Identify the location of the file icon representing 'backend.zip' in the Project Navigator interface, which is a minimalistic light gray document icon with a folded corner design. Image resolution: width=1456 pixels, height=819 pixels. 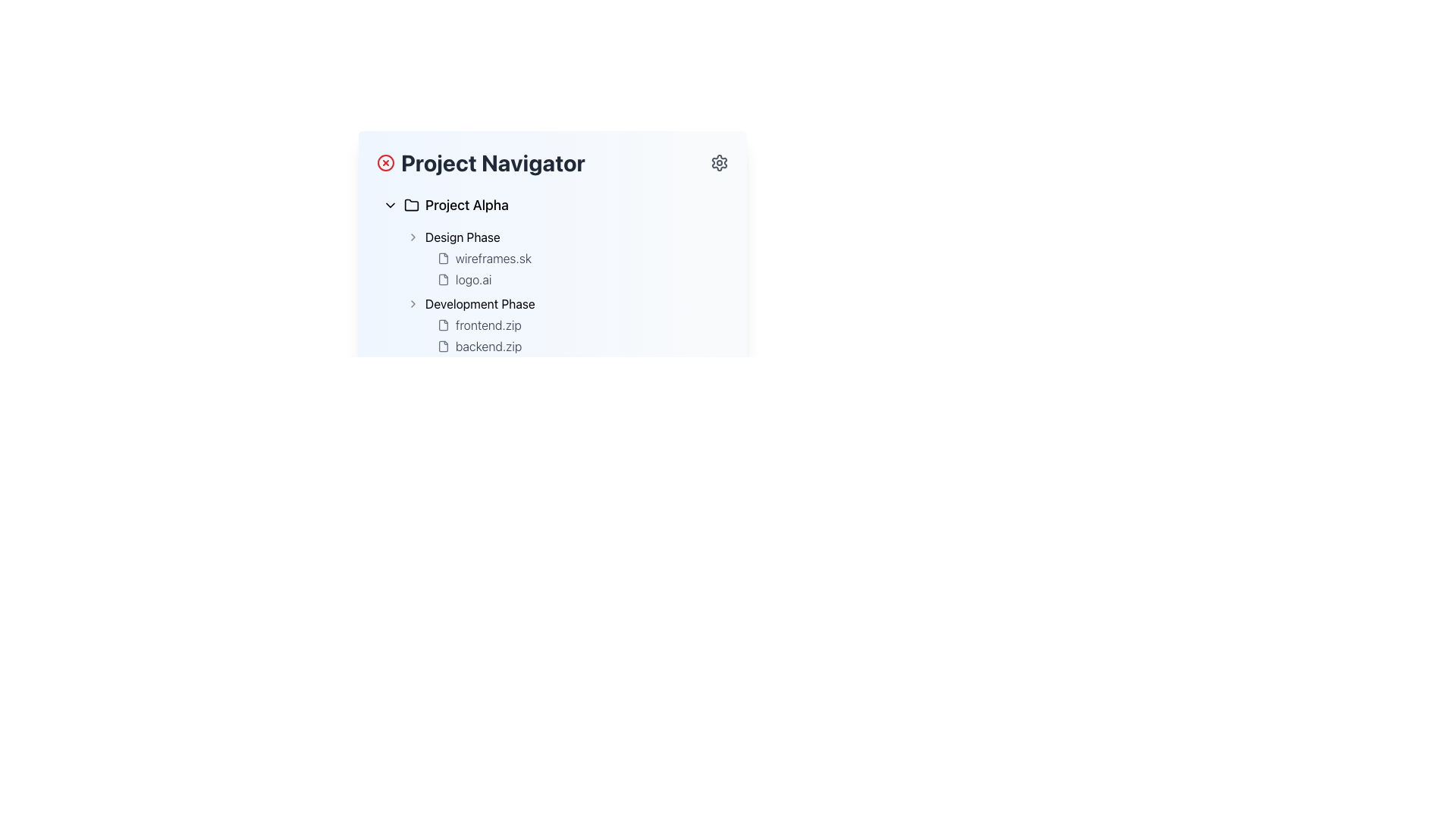
(443, 346).